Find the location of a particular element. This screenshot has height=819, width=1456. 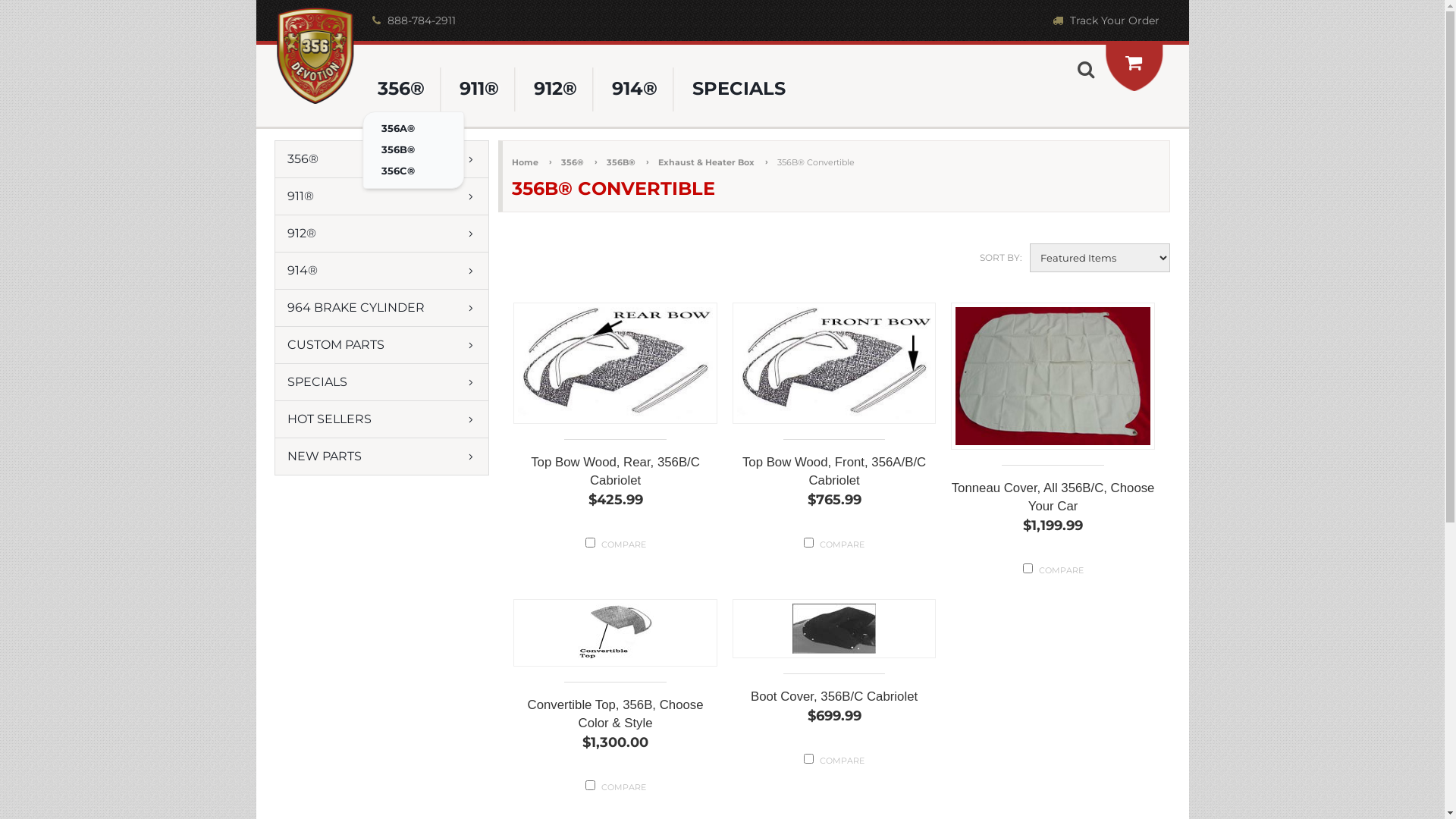

'888-784-2911' is located at coordinates (412, 20).